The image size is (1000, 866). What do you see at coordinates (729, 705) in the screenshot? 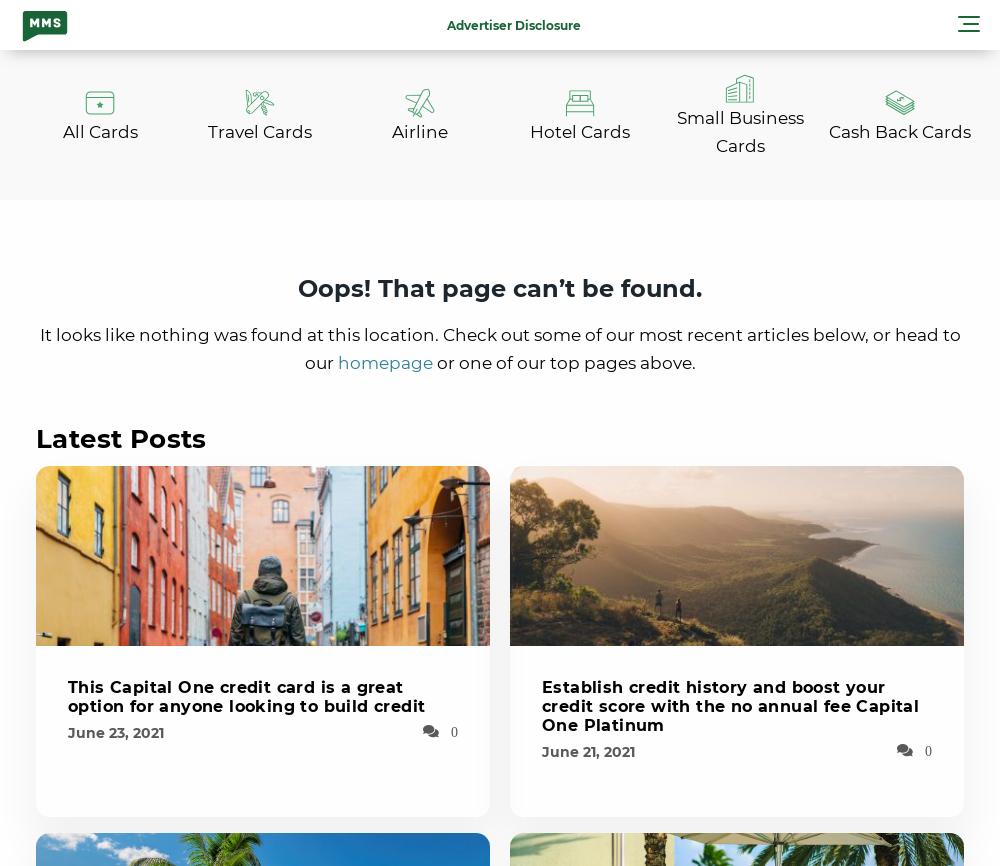
I see `'Establish credit history and boost your credit score with the no annual fee Capital One Platinum'` at bounding box center [729, 705].